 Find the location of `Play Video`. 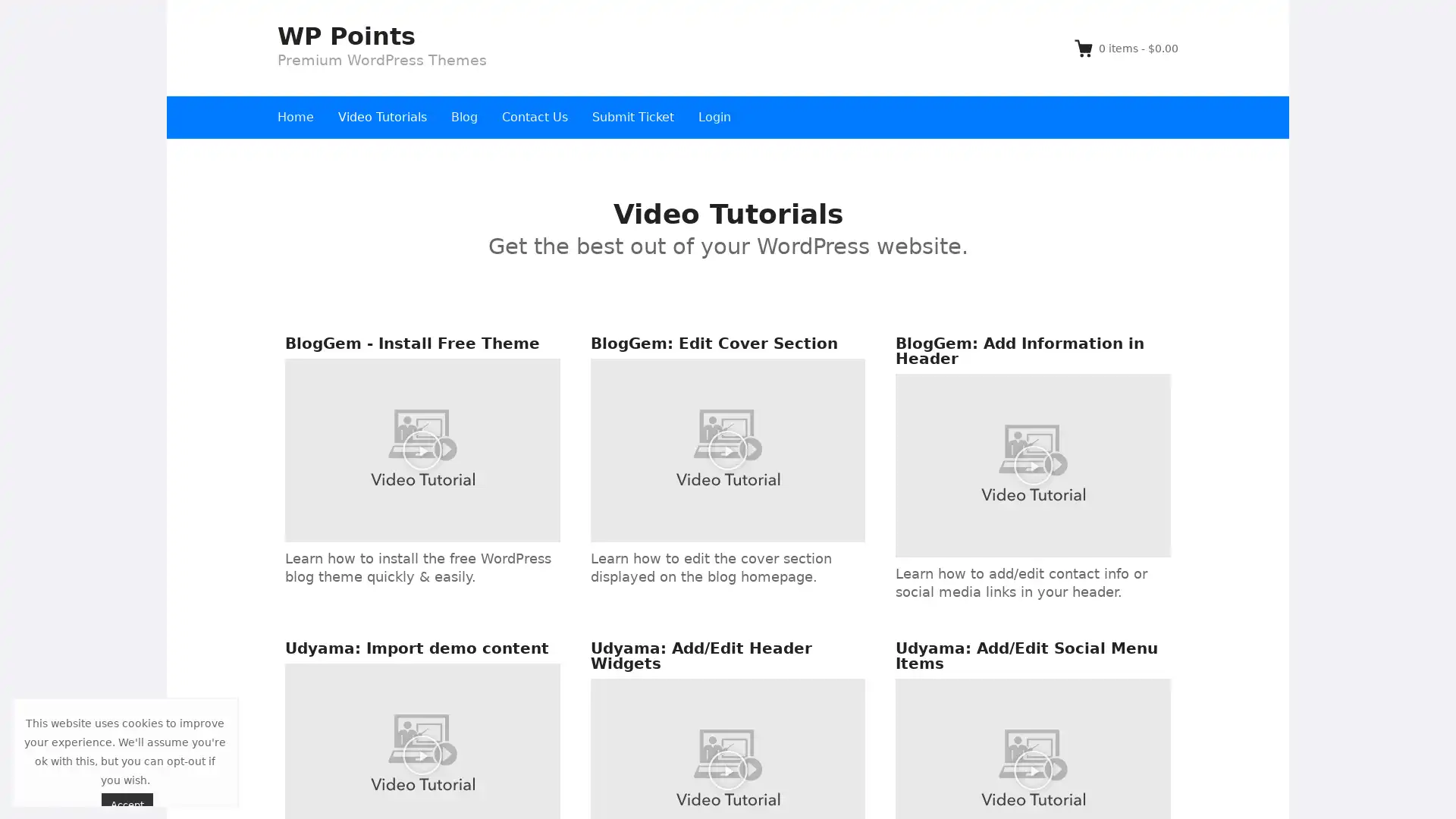

Play Video is located at coordinates (422, 449).